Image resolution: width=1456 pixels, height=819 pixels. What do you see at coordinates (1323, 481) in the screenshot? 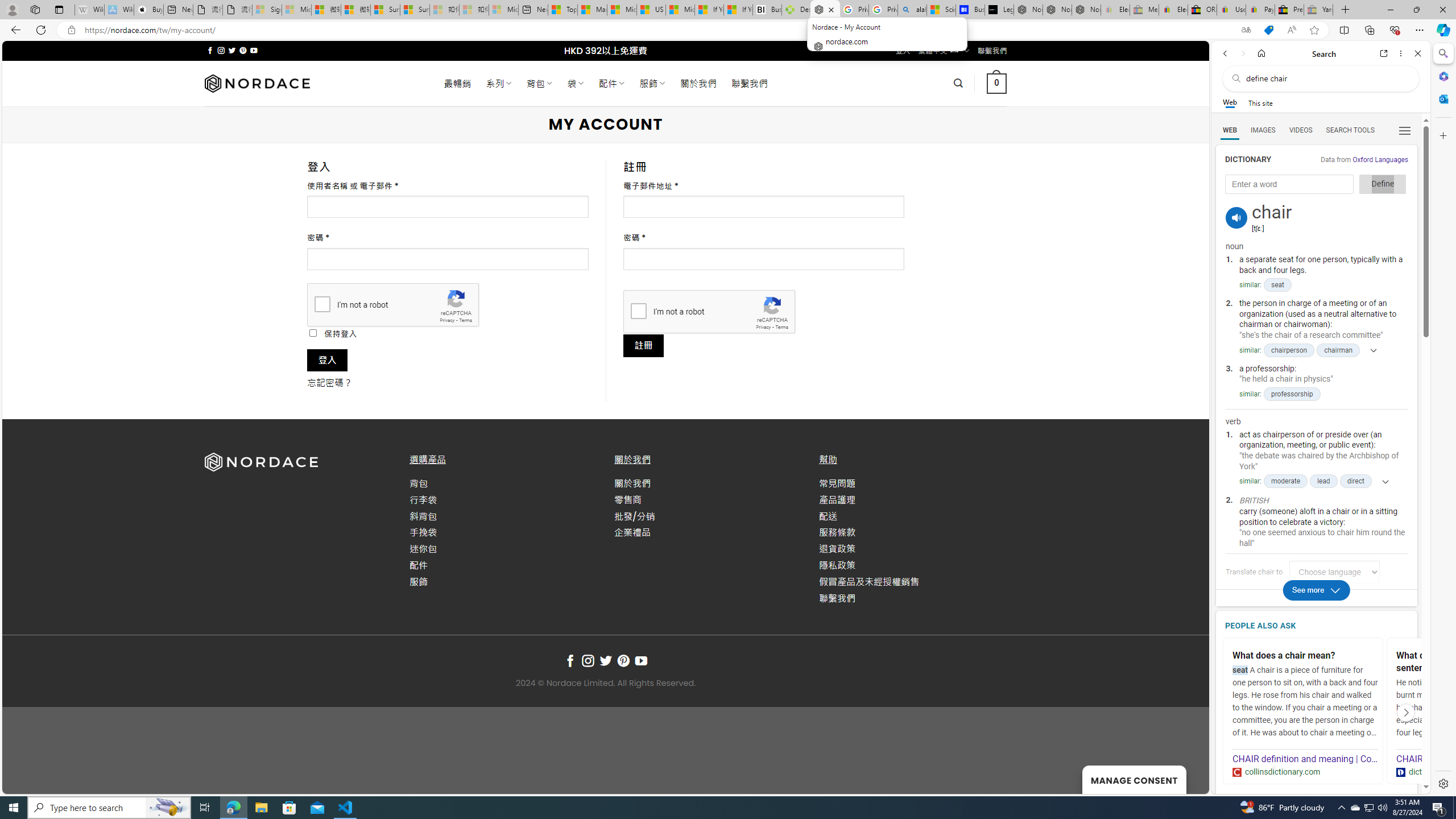
I see `'lead'` at bounding box center [1323, 481].